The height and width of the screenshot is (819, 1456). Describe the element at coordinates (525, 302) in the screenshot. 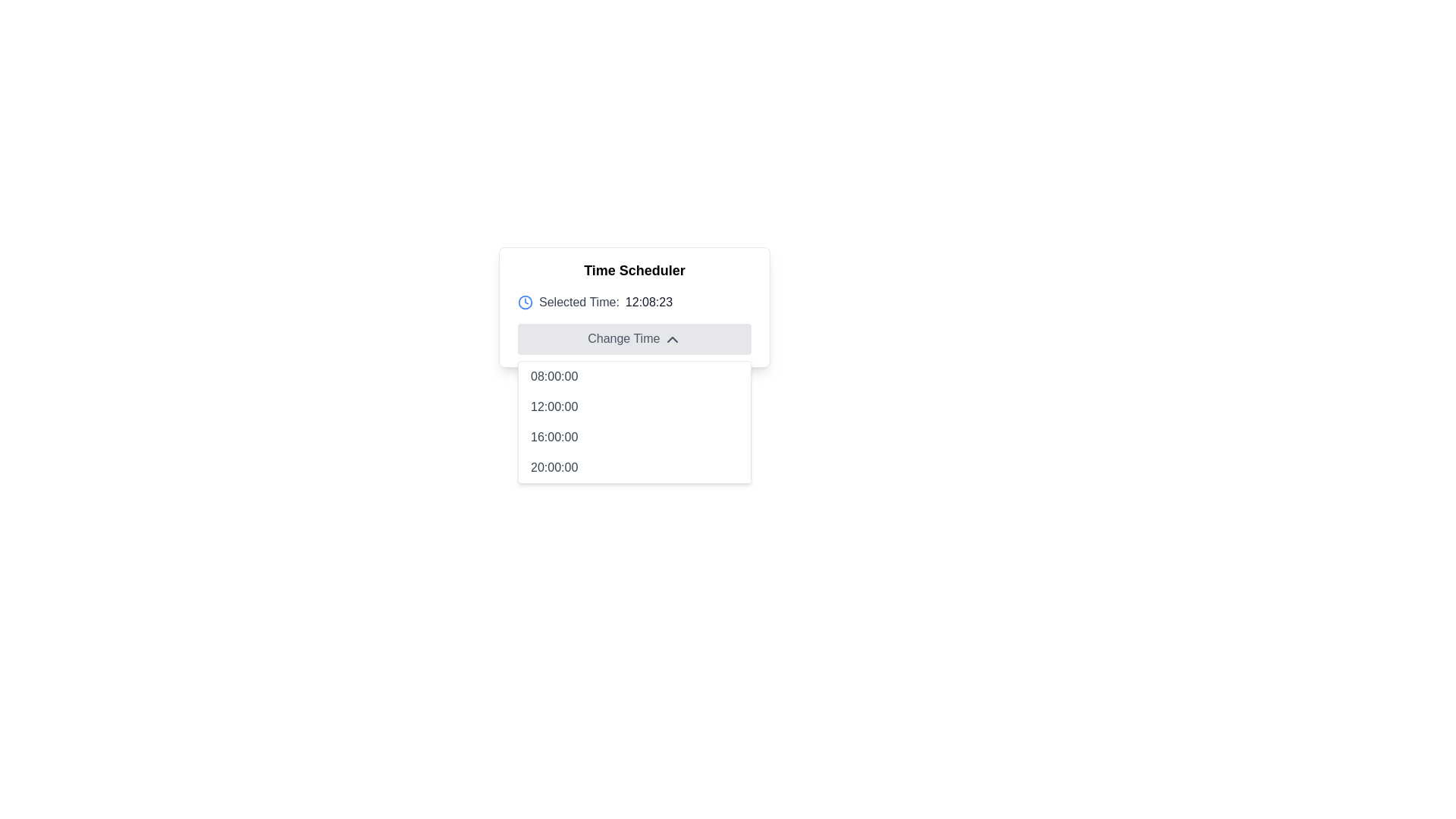

I see `the circular shape within the SVG clock icon located next to the timestamp 'Selected Time: 12:08:23' in the 'Time Scheduler' panel` at that location.